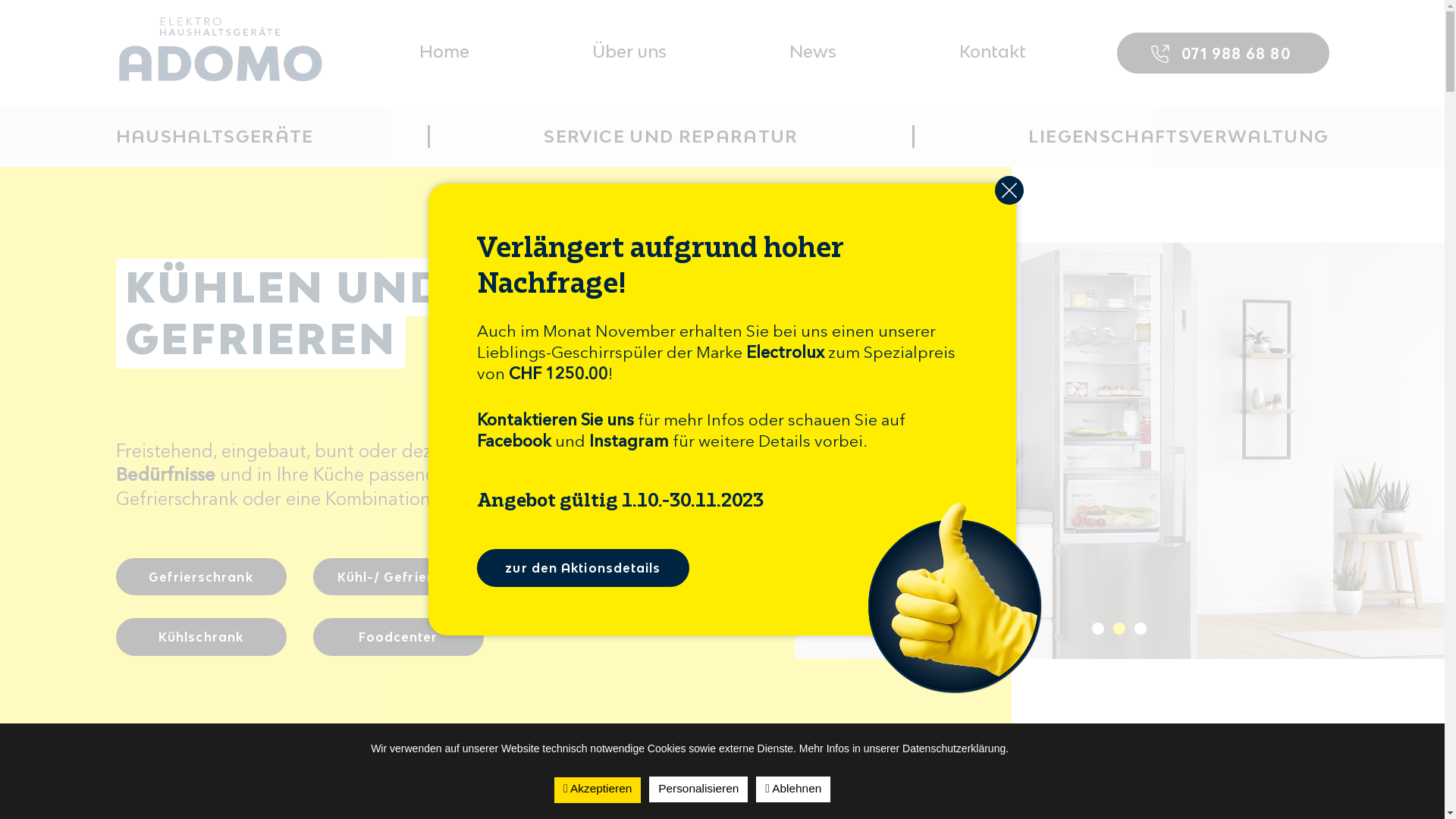 The image size is (1456, 819). What do you see at coordinates (397, 637) in the screenshot?
I see `'Foodcenter'` at bounding box center [397, 637].